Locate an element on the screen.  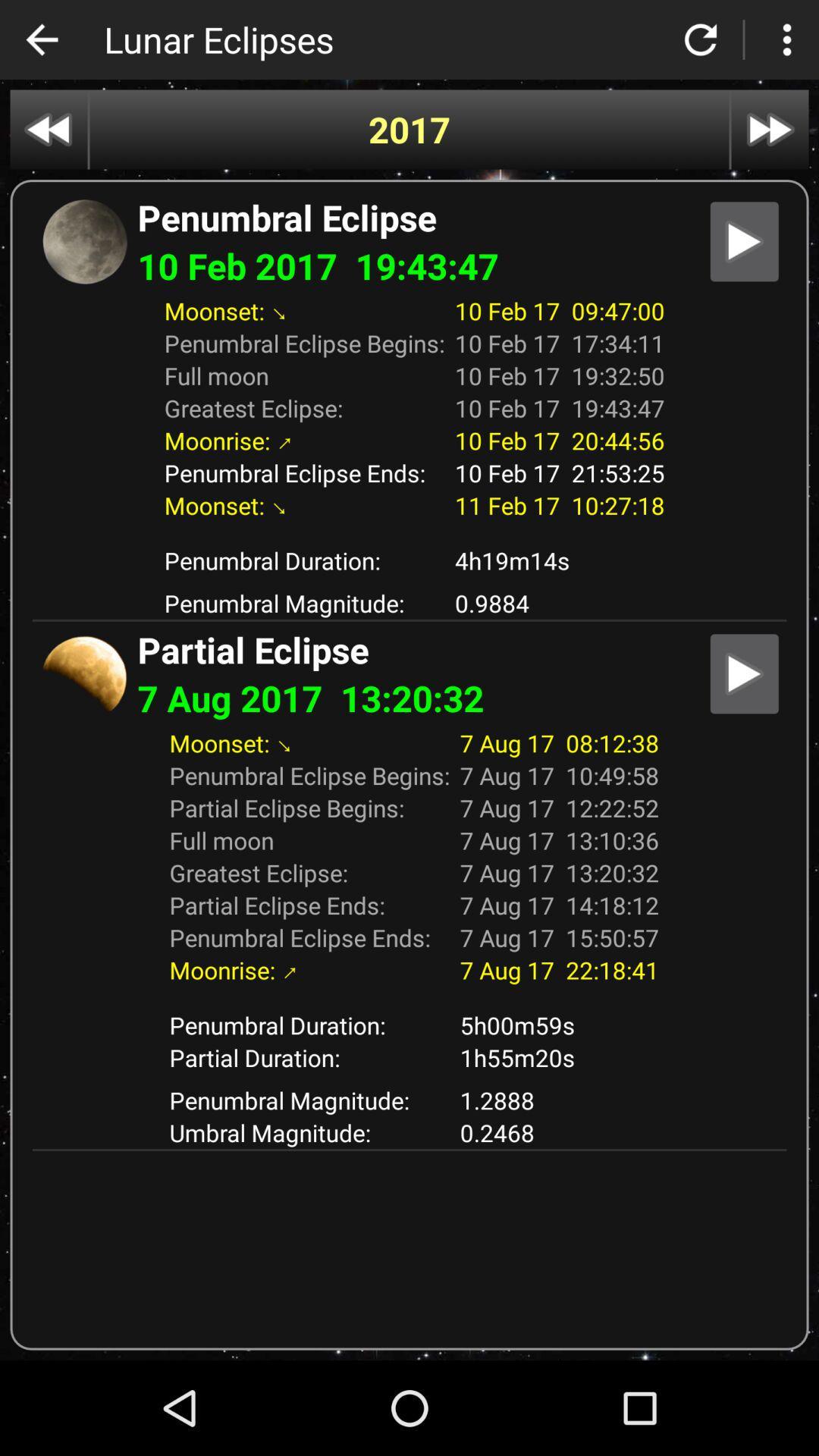
the icon to the left of the 1.2888 is located at coordinates (309, 1132).